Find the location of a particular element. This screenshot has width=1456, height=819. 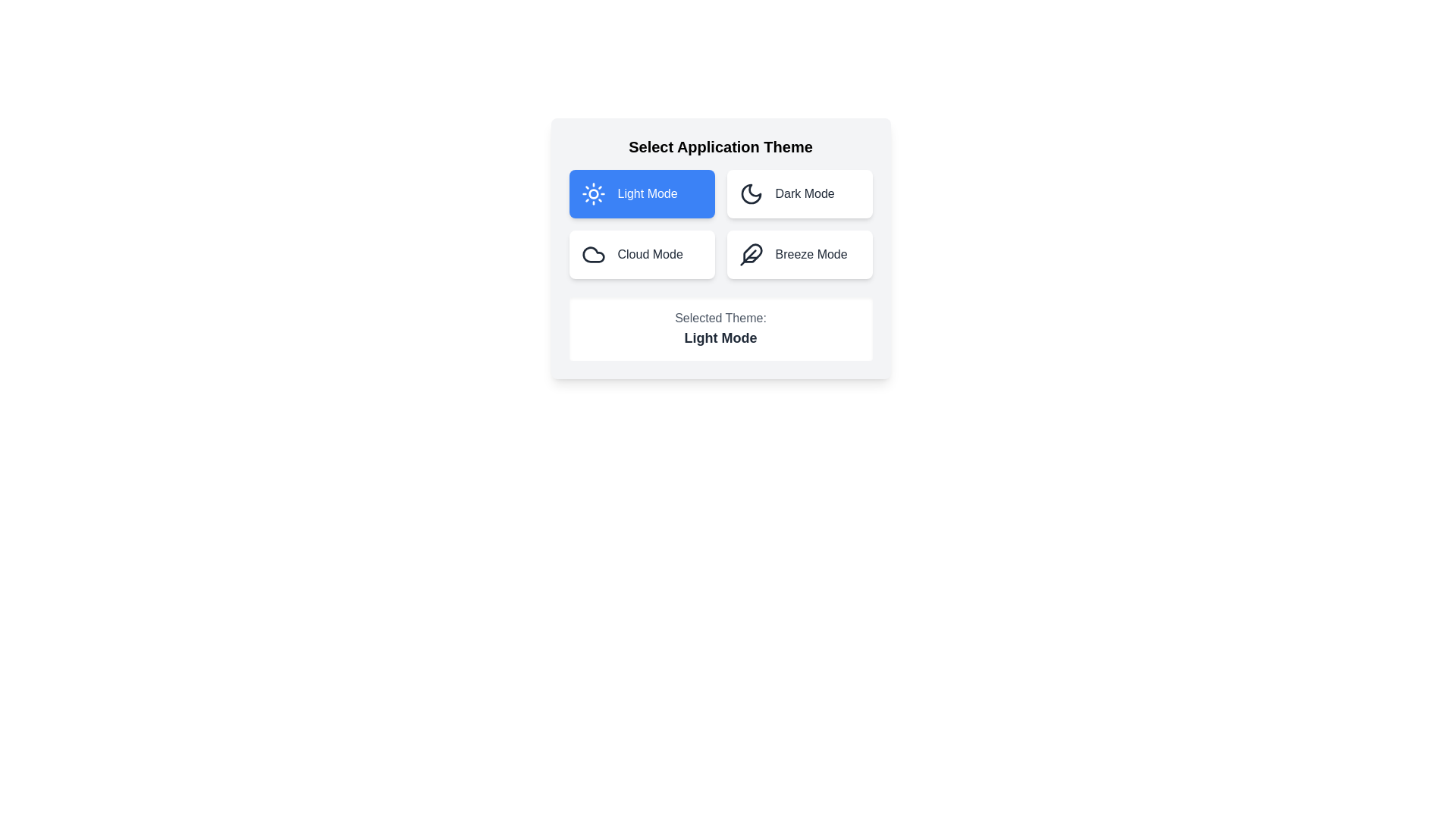

the theme by clicking on the button corresponding to Dark Mode is located at coordinates (799, 193).